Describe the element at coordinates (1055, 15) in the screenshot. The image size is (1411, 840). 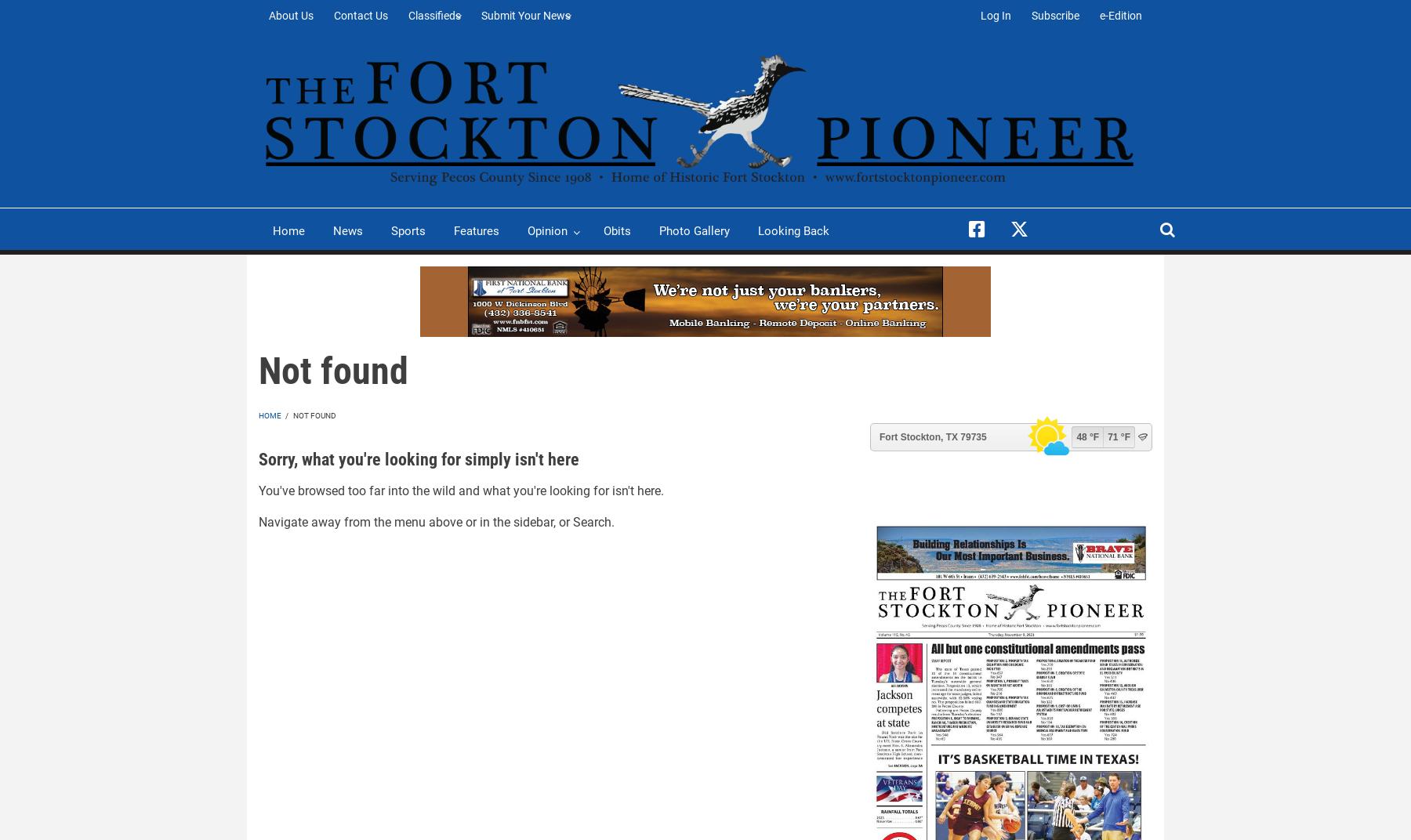
I see `'Subscribe'` at that location.